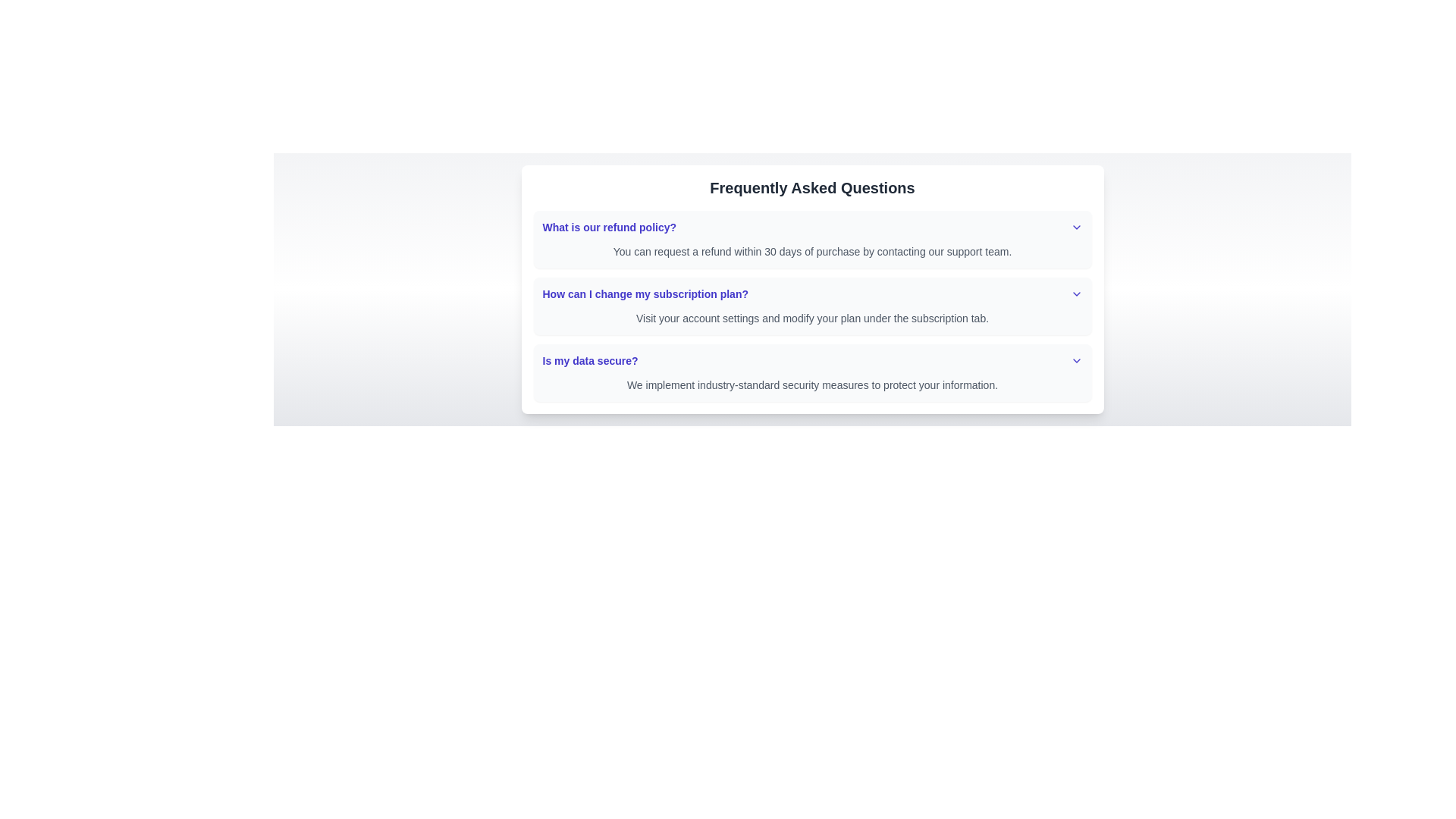 The height and width of the screenshot is (819, 1456). Describe the element at coordinates (1075, 294) in the screenshot. I see `the expand/collapse icon located on the right side of the question 'How can I change my subscription plan?'. This icon indicates the expandability of the associated FAQ item` at that location.